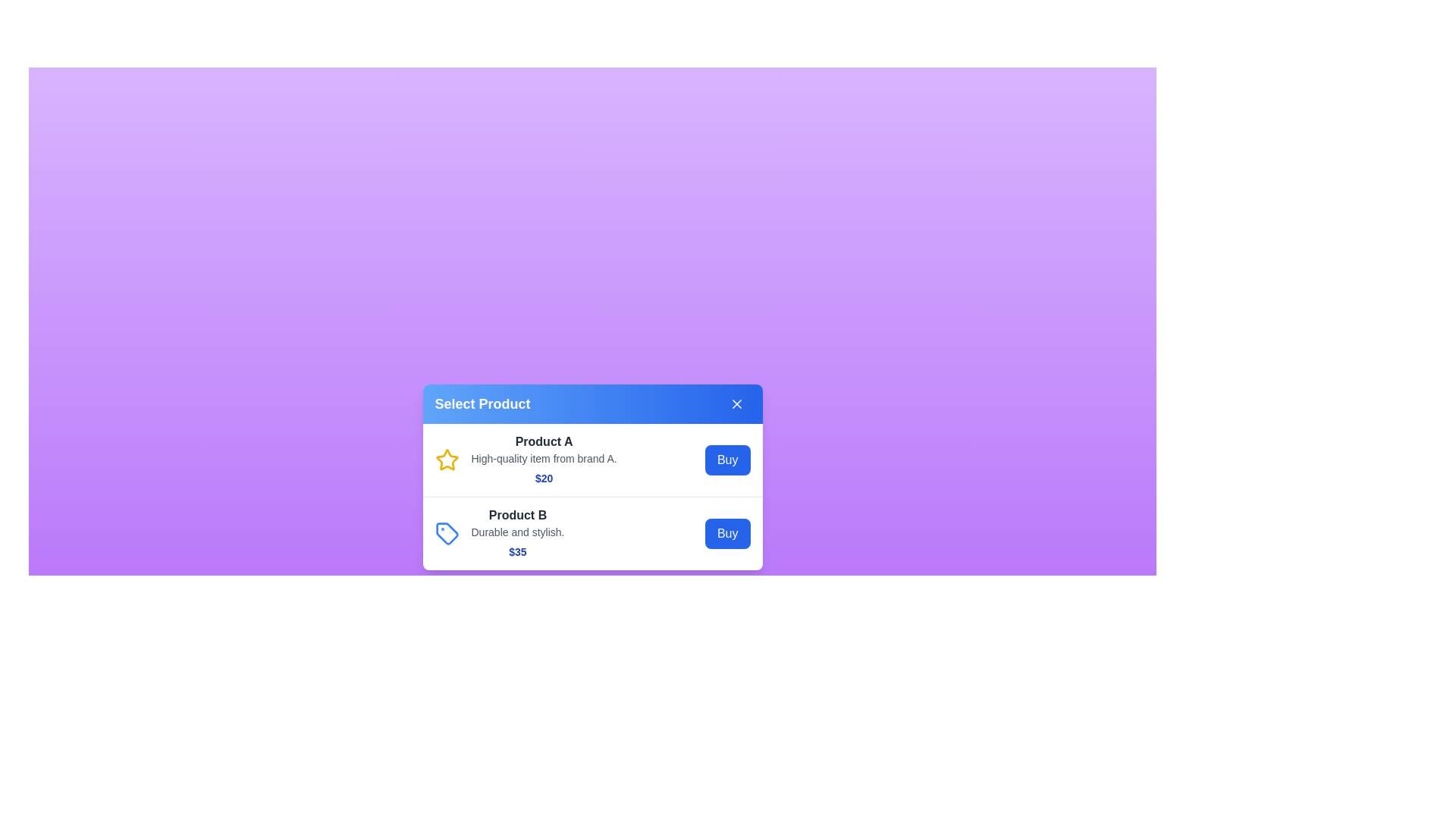  What do you see at coordinates (736, 403) in the screenshot?
I see `close button in the top-right corner of the modal` at bounding box center [736, 403].